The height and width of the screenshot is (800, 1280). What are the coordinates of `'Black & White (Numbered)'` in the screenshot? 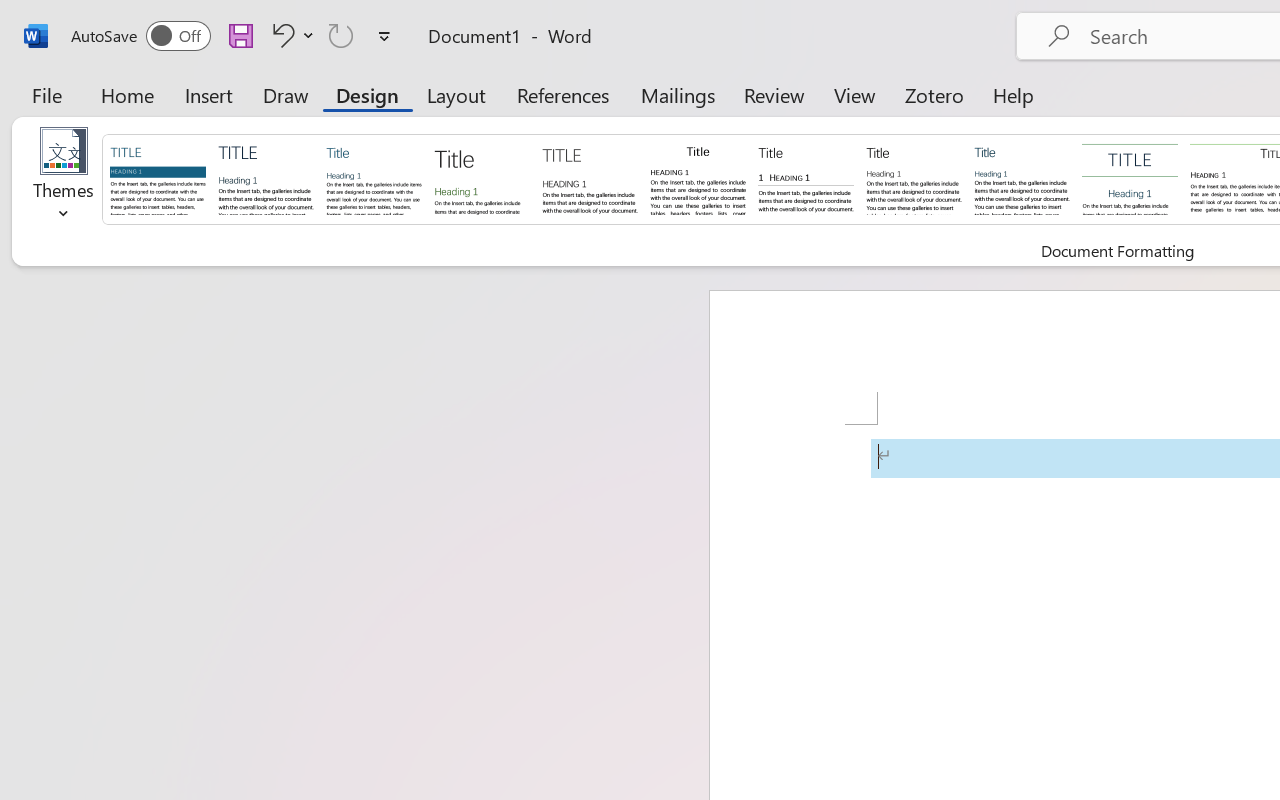 It's located at (806, 177).